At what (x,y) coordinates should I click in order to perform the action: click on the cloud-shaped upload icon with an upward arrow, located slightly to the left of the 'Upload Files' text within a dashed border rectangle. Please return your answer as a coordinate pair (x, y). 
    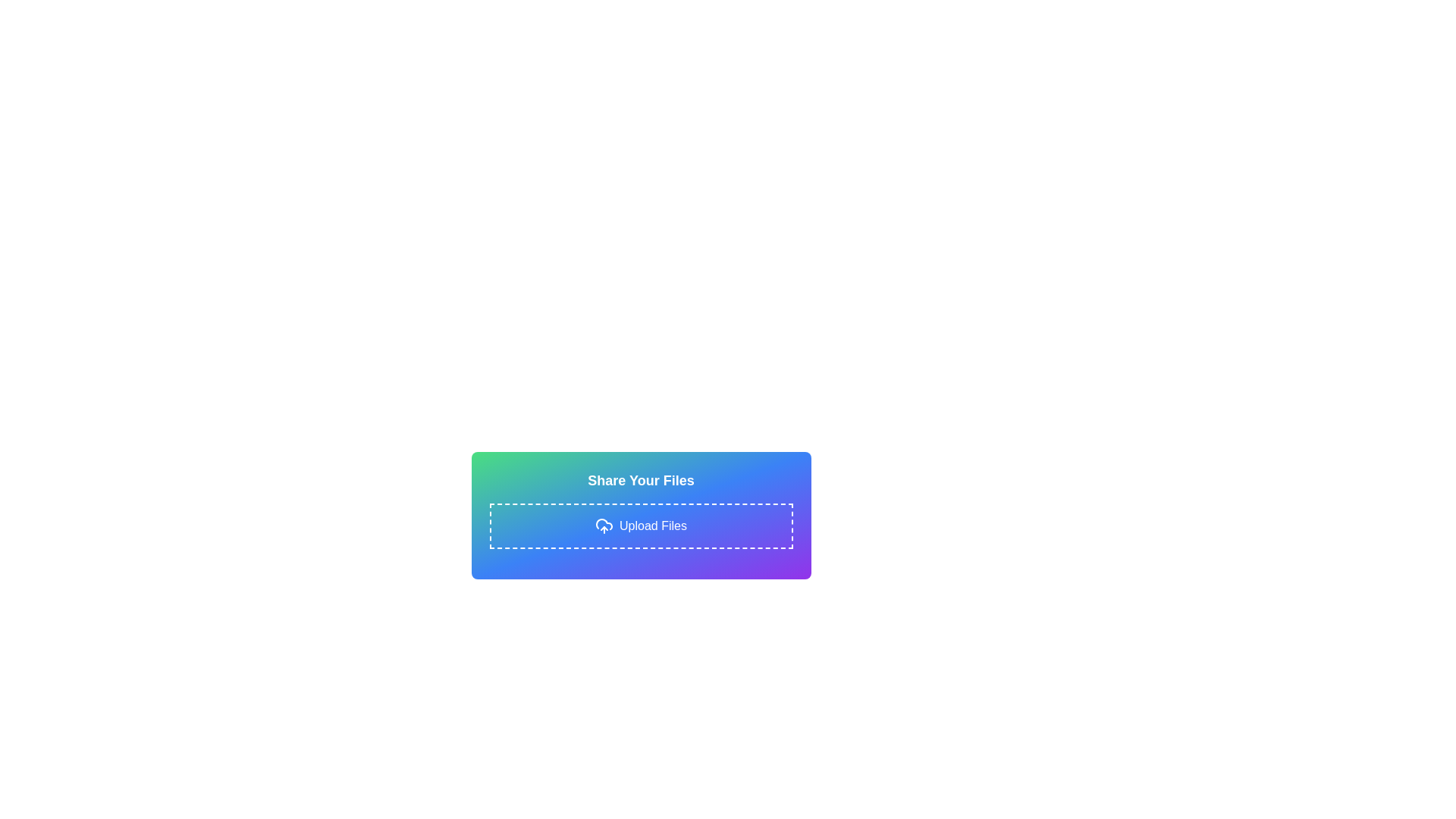
    Looking at the image, I should click on (603, 526).